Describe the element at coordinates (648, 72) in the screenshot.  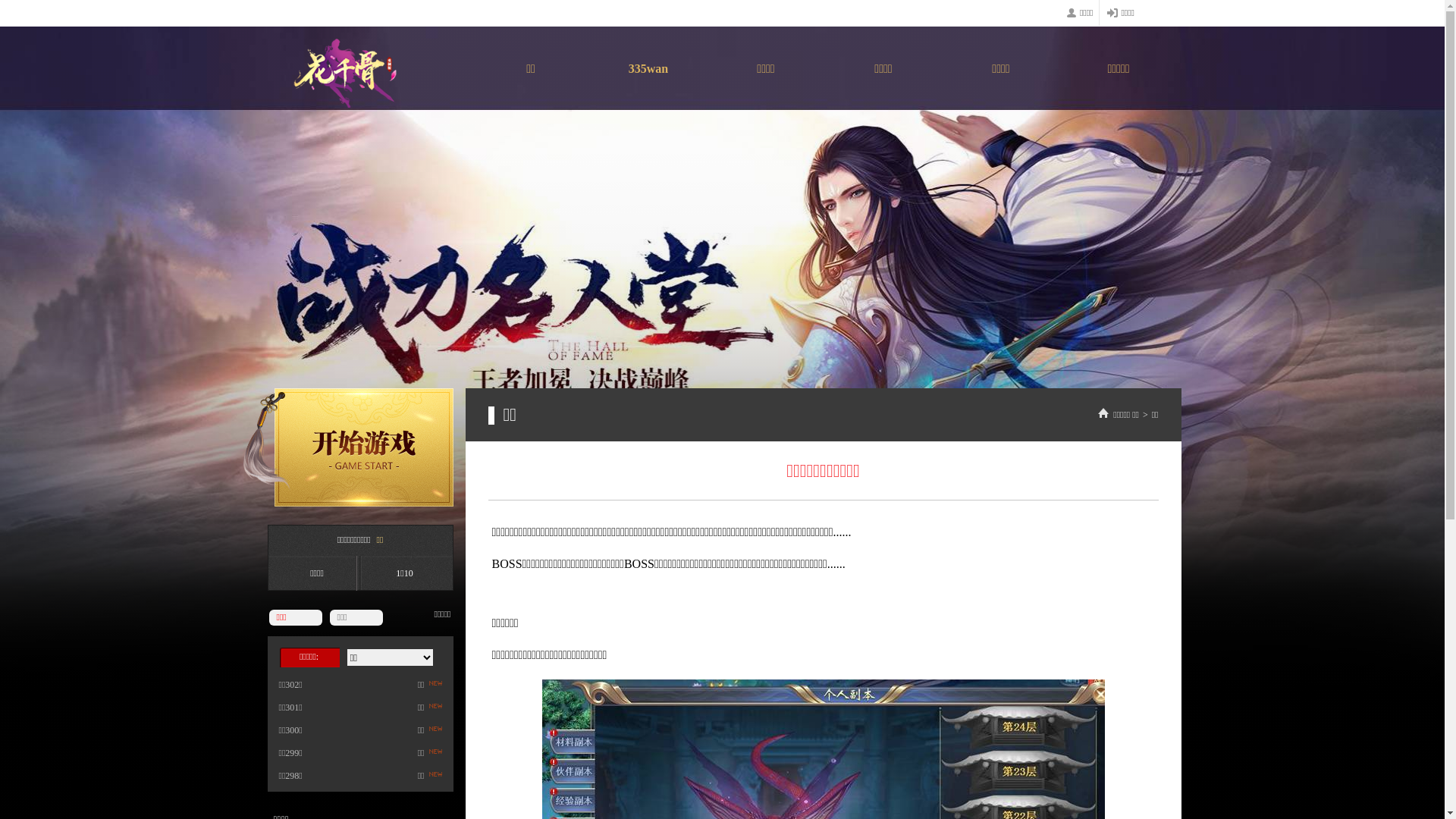
I see `'335wan'` at that location.